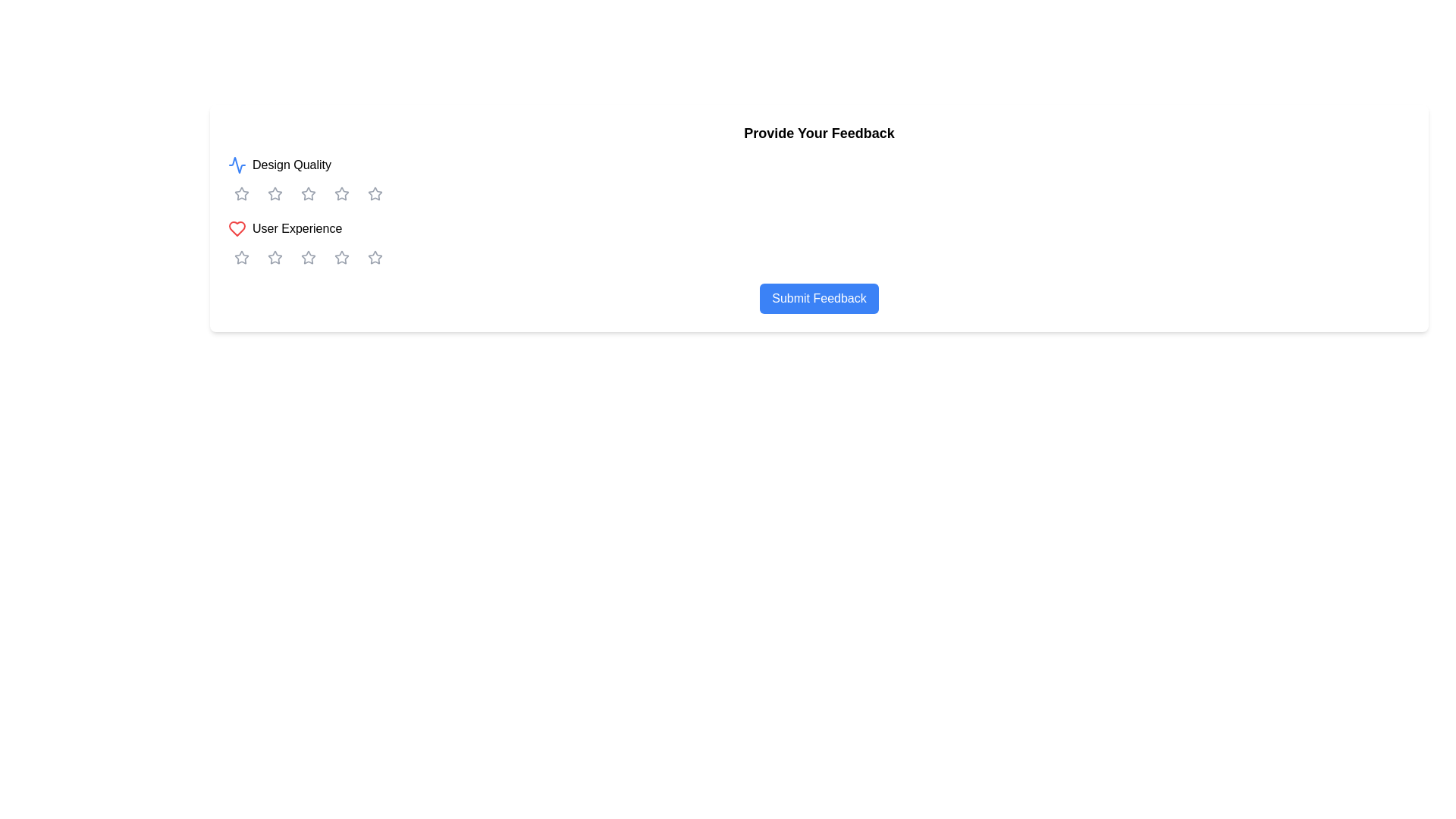 This screenshot has height=819, width=1456. I want to click on the heart icon representing preference in the rating system located under the 'User Experience' label in the second row of the feedback section, so click(236, 228).